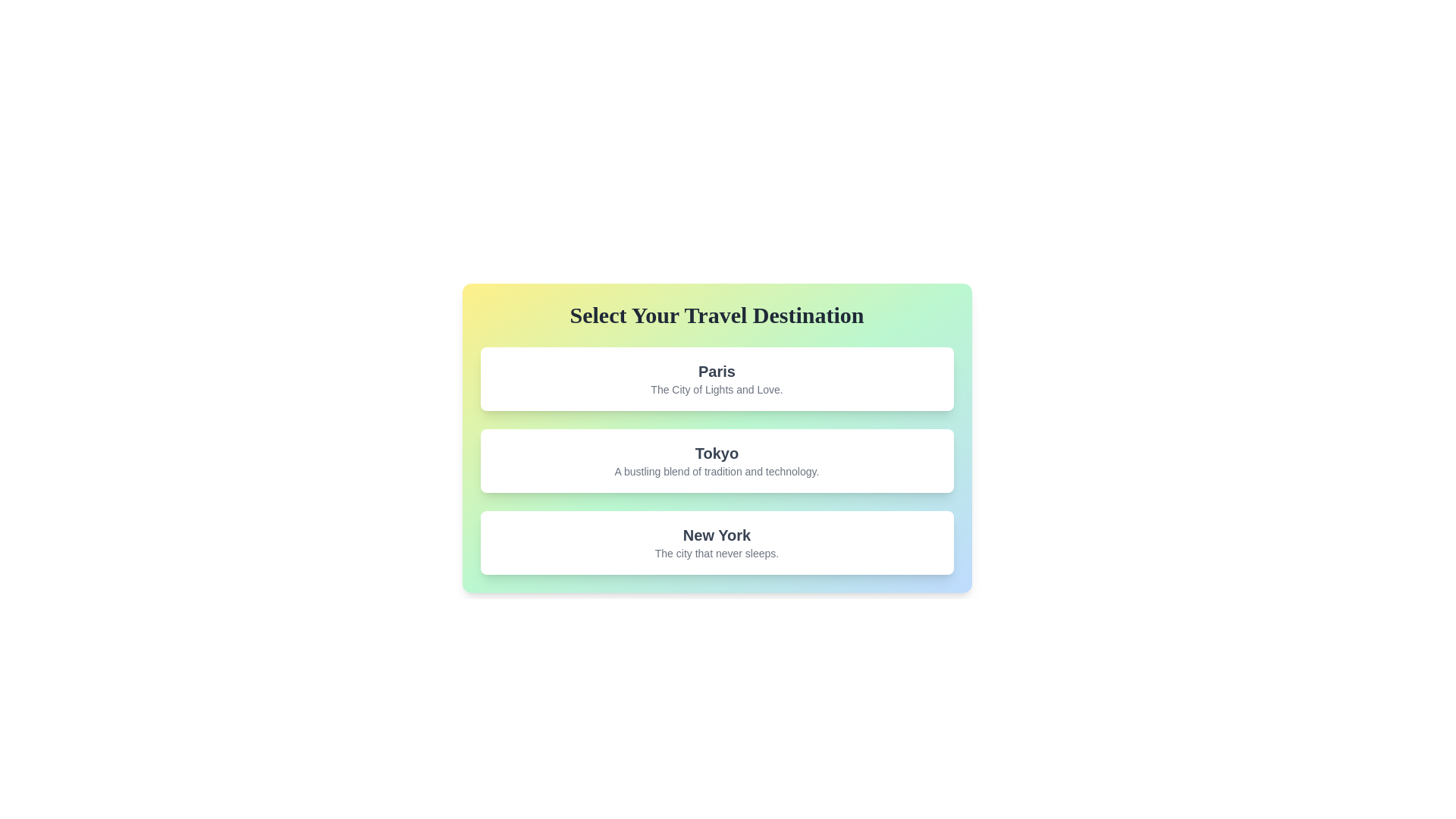 The image size is (1456, 819). I want to click on the text label that provides additional context for the main title 'Paris', which is centered below the bold title in the travel destinations list, so click(716, 388).